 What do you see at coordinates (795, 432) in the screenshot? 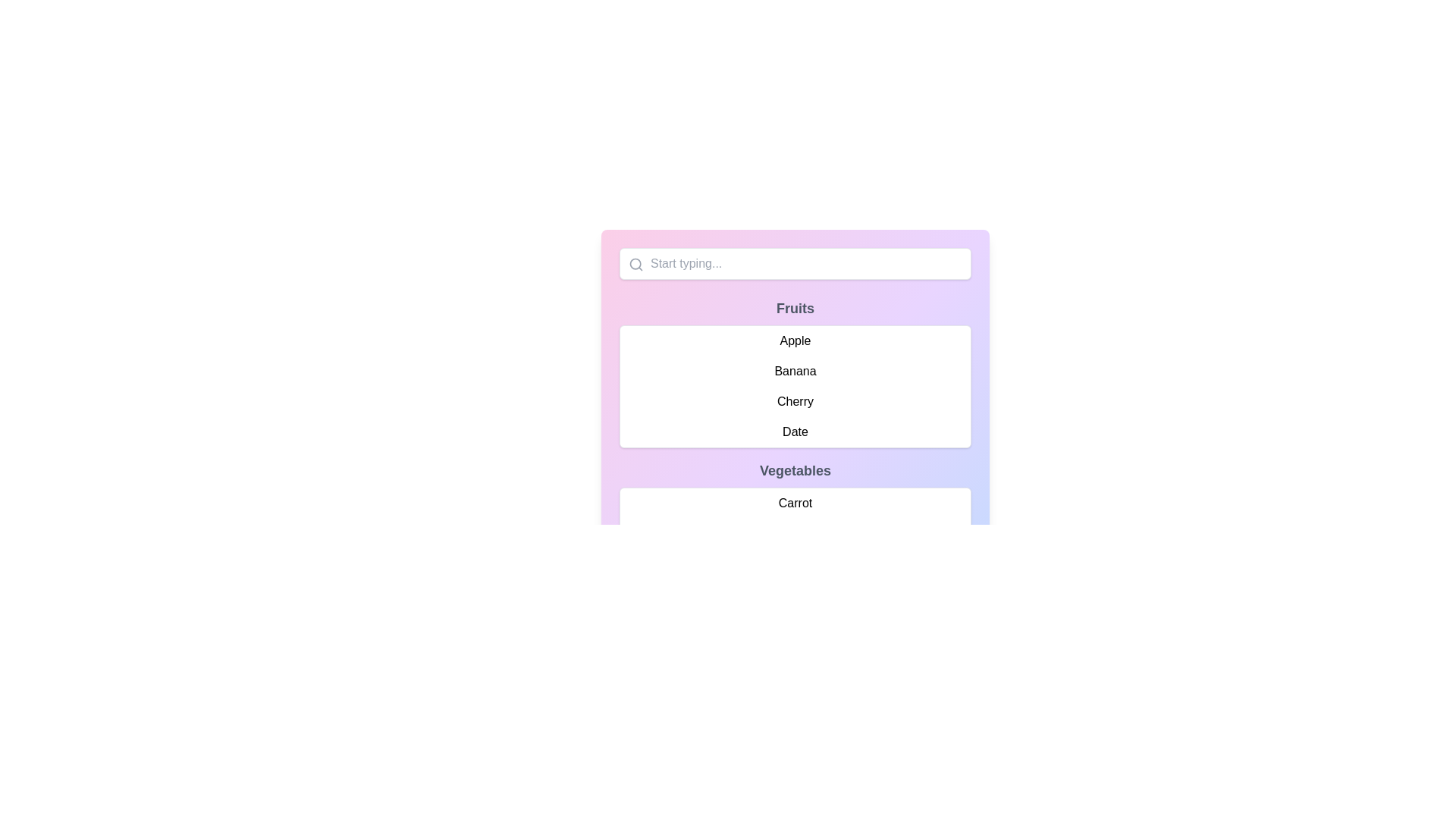
I see `on the list item labeled 'Date' within the 'Fruits' list` at bounding box center [795, 432].